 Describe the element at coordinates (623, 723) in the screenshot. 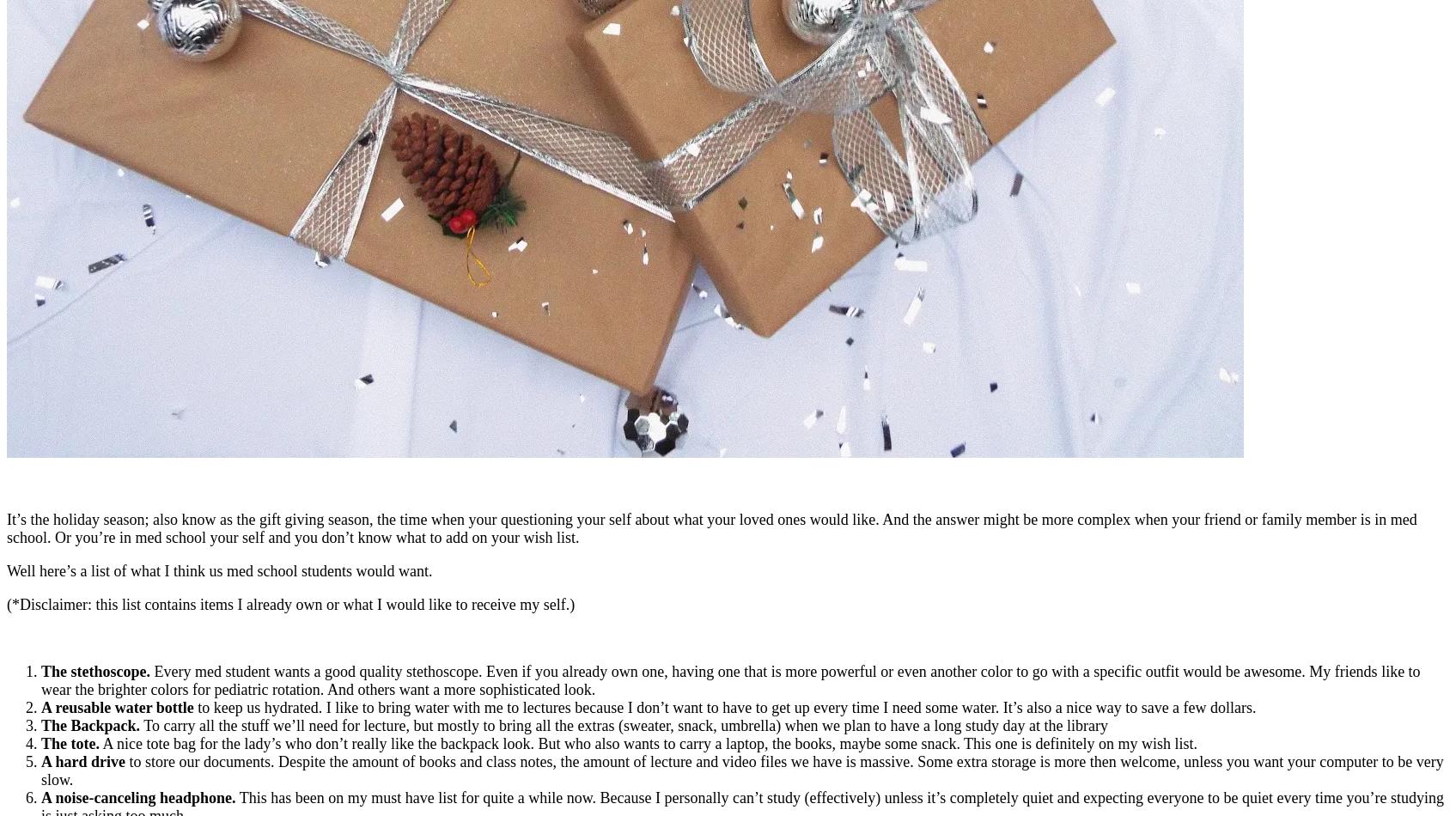

I see `'To carry all the stuff we’ll need for lecture, but mostly to bring all the extras (sweater, snack, umbrella) when we plan to have a long study day at the library'` at that location.